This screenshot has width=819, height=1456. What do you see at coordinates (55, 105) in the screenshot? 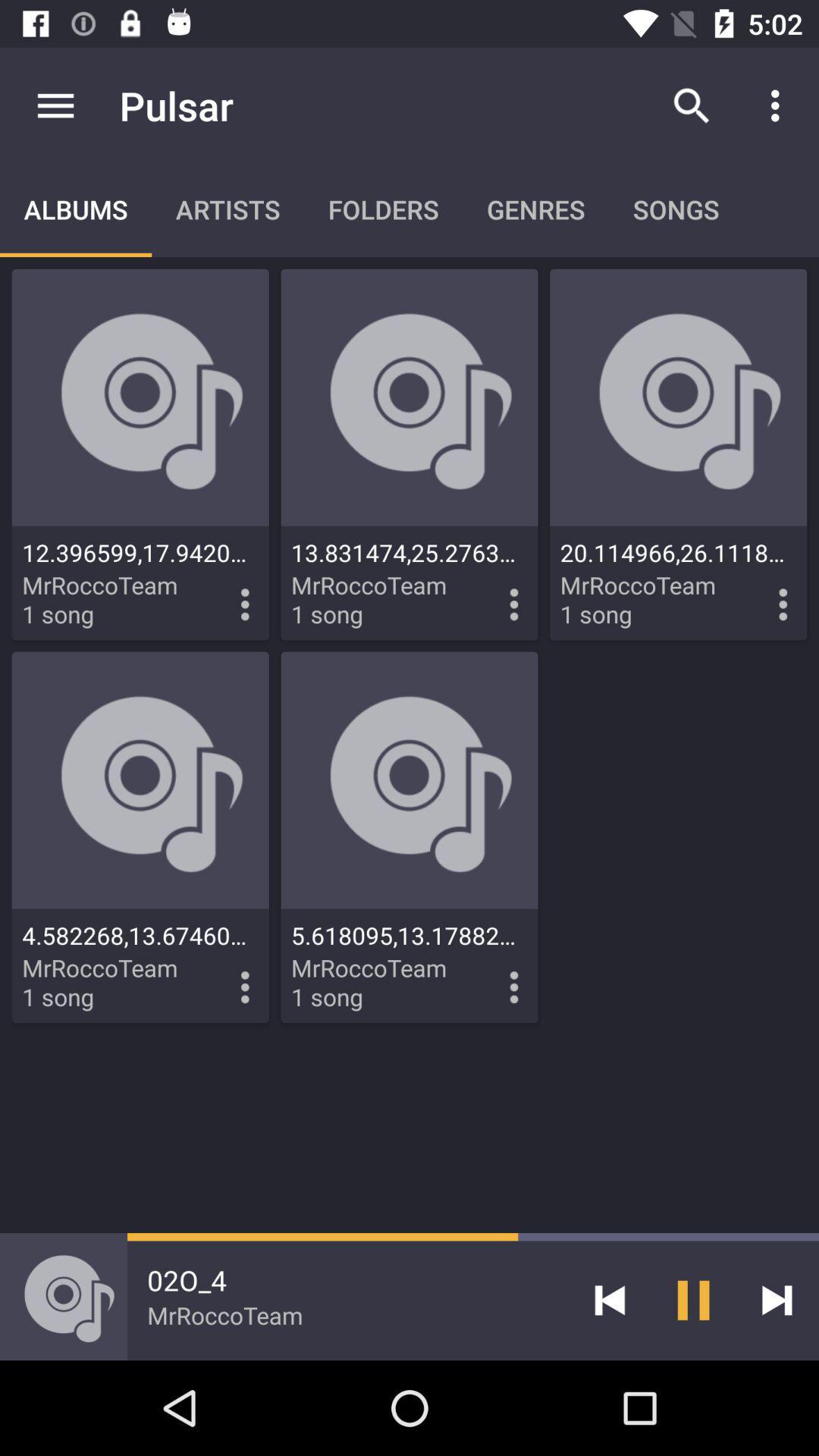
I see `item above albums icon` at bounding box center [55, 105].